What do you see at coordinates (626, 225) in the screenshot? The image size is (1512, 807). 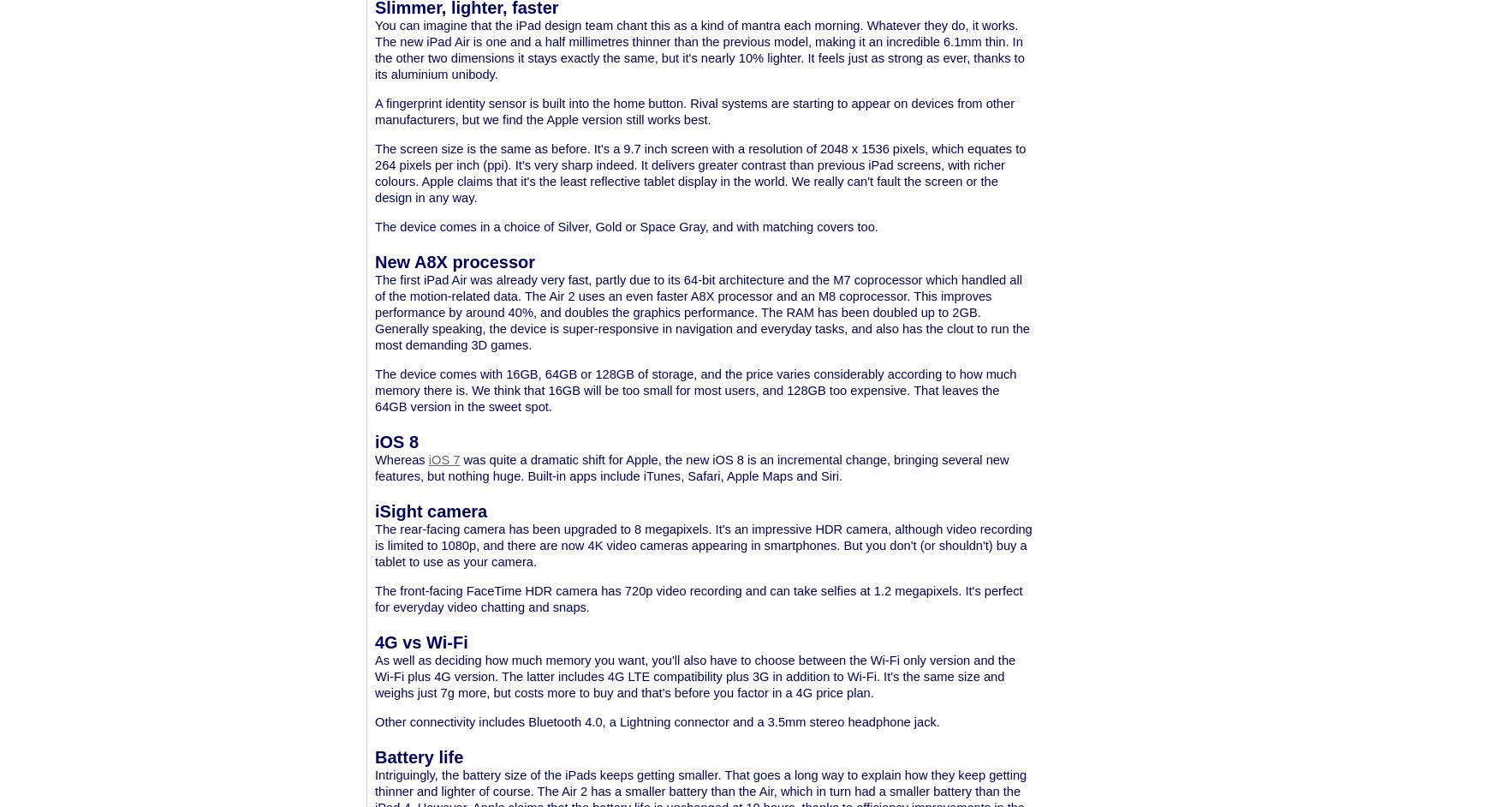 I see `'The device comes in a choice of Silver, Gold or Space Gray, and with matching covers too.'` at bounding box center [626, 225].